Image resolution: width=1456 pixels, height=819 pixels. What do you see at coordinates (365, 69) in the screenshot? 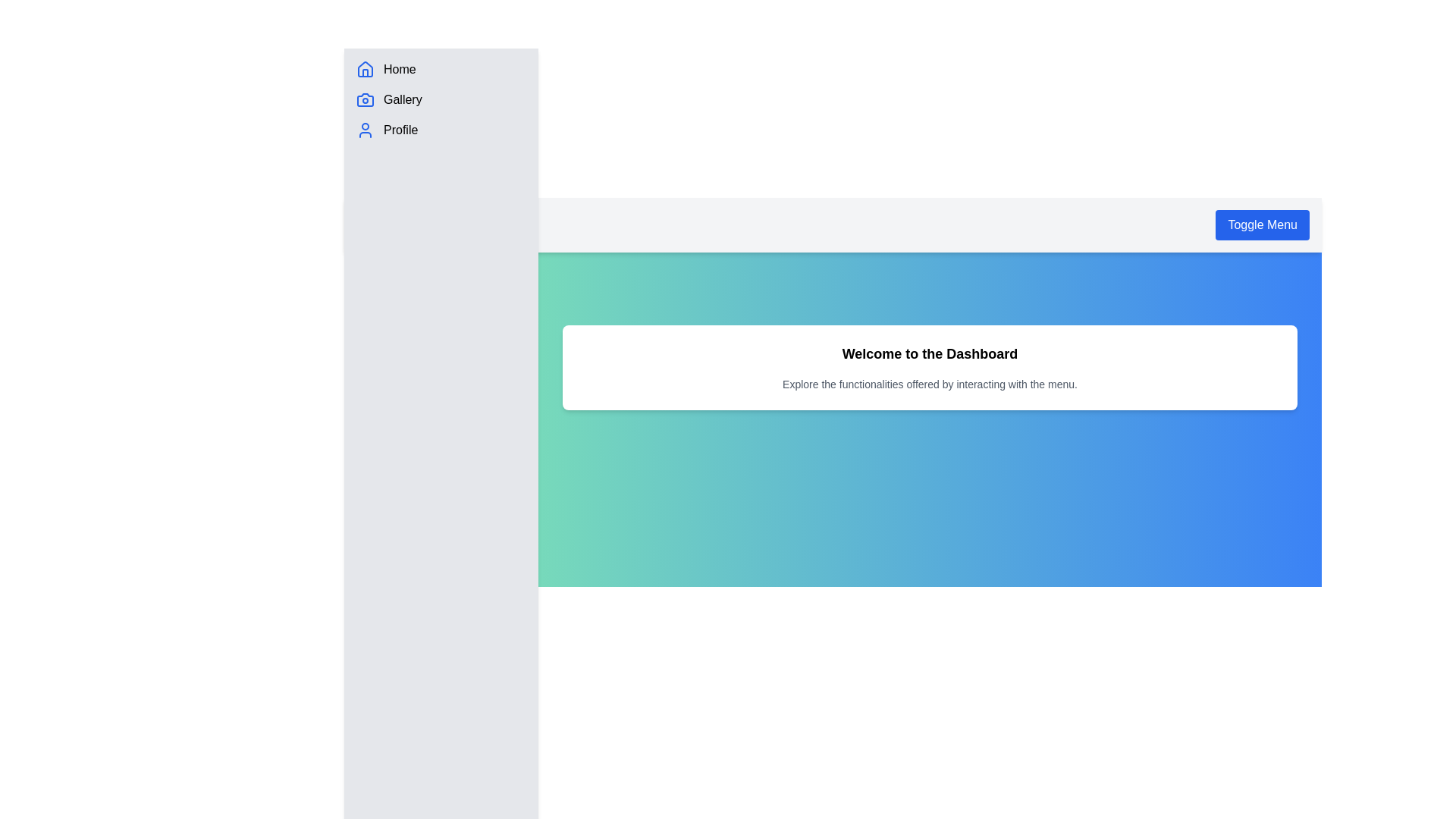
I see `the stylized blue house icon in the vertical navigation panel labeled 'Home'` at bounding box center [365, 69].